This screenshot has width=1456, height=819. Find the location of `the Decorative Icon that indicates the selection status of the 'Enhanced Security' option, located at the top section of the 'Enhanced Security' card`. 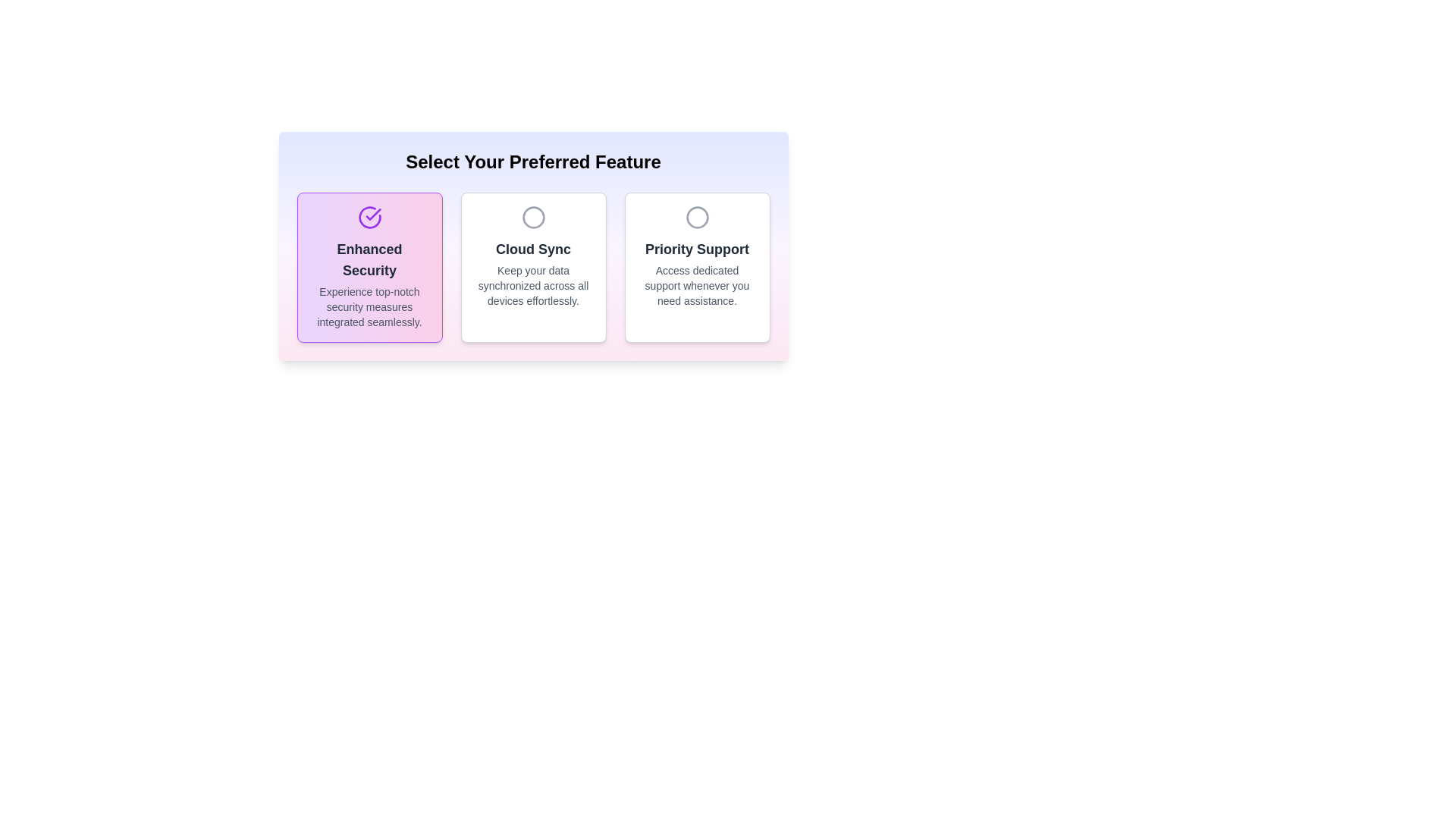

the Decorative Icon that indicates the selection status of the 'Enhanced Security' option, located at the top section of the 'Enhanced Security' card is located at coordinates (373, 214).